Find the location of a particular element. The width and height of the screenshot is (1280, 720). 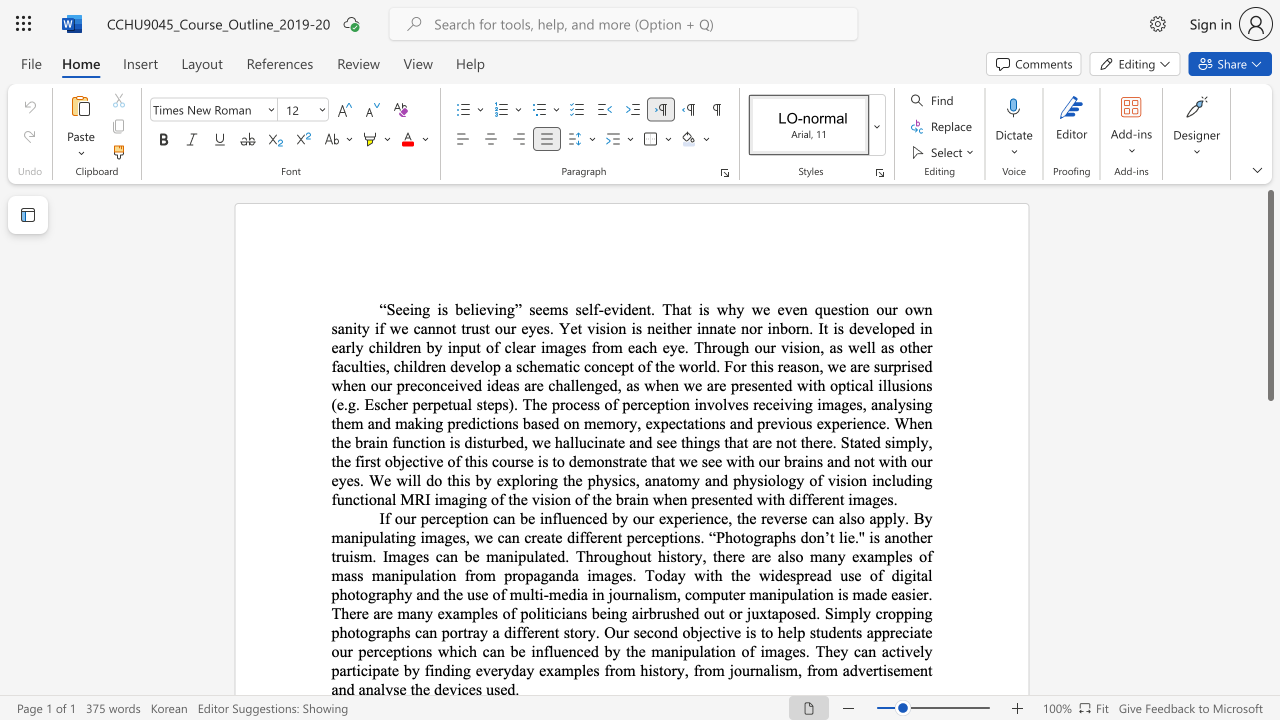

the scrollbar to slide the page down is located at coordinates (1269, 528).